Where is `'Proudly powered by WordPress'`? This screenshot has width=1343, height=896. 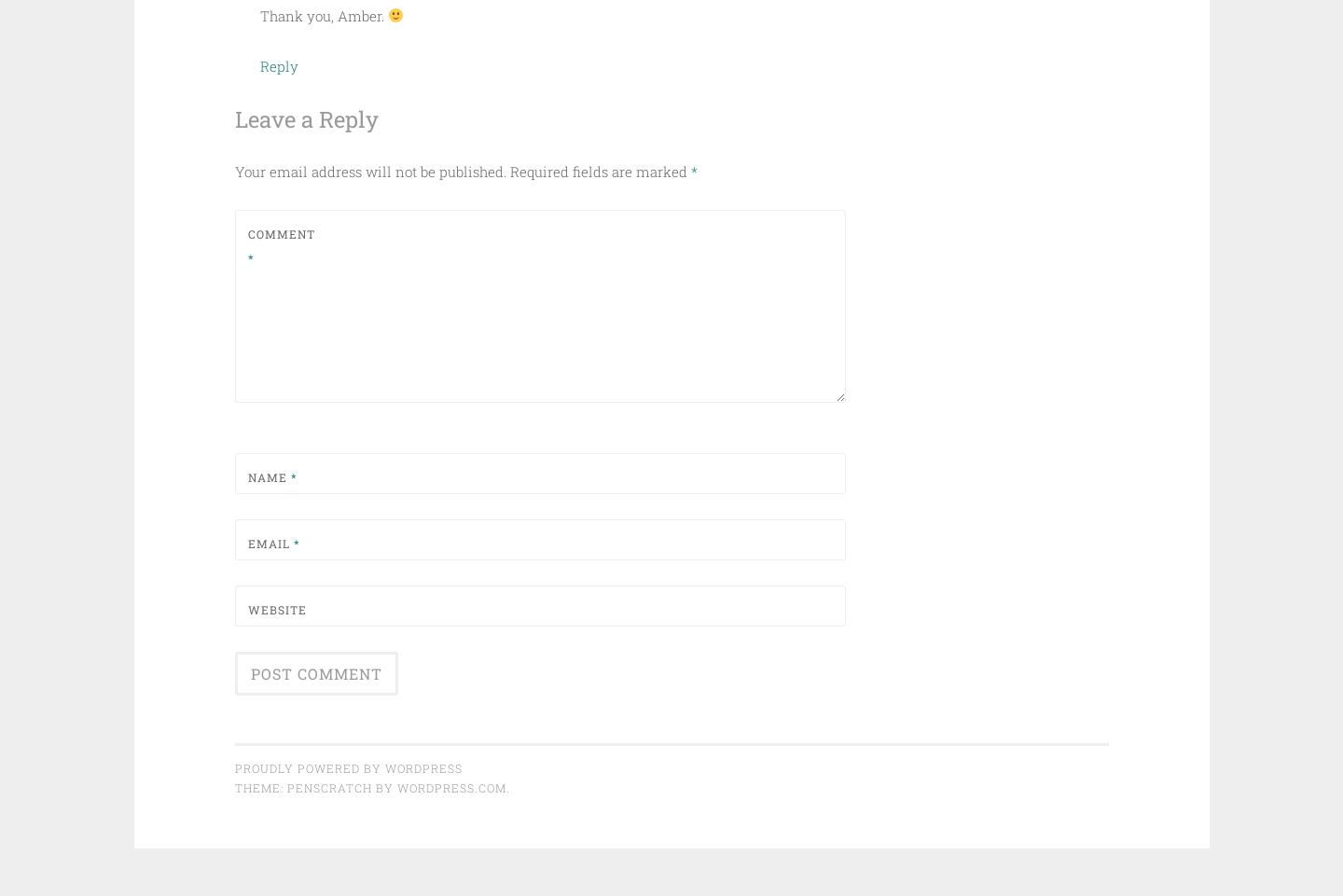 'Proudly powered by WordPress' is located at coordinates (346, 767).